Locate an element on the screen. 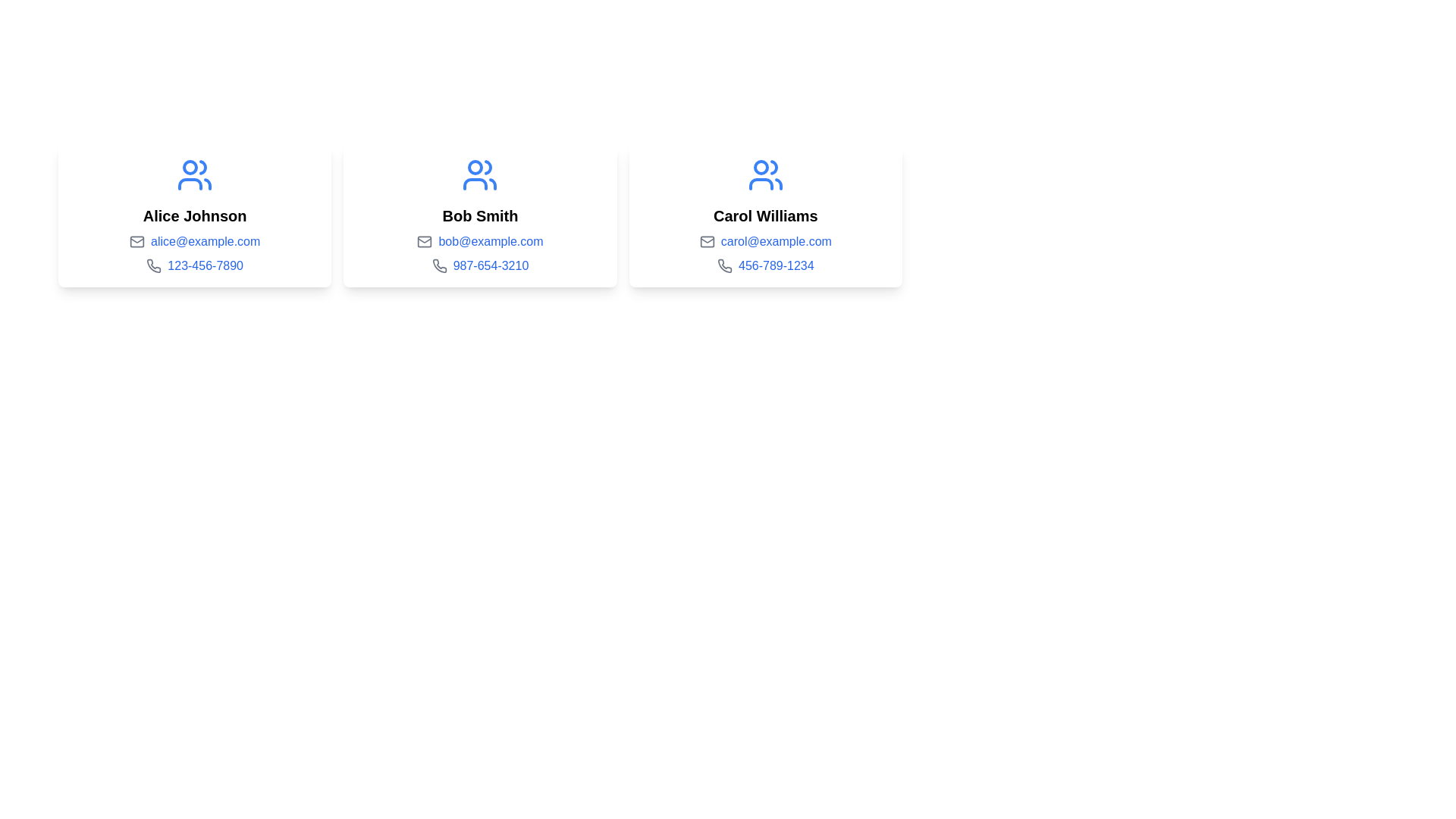 The height and width of the screenshot is (819, 1456). the SVG graphical element that visually represents the phone number, which is located to the left of '123-456-7890' in the bottom-left section of the card for 'Alice Johnson' is located at coordinates (154, 265).